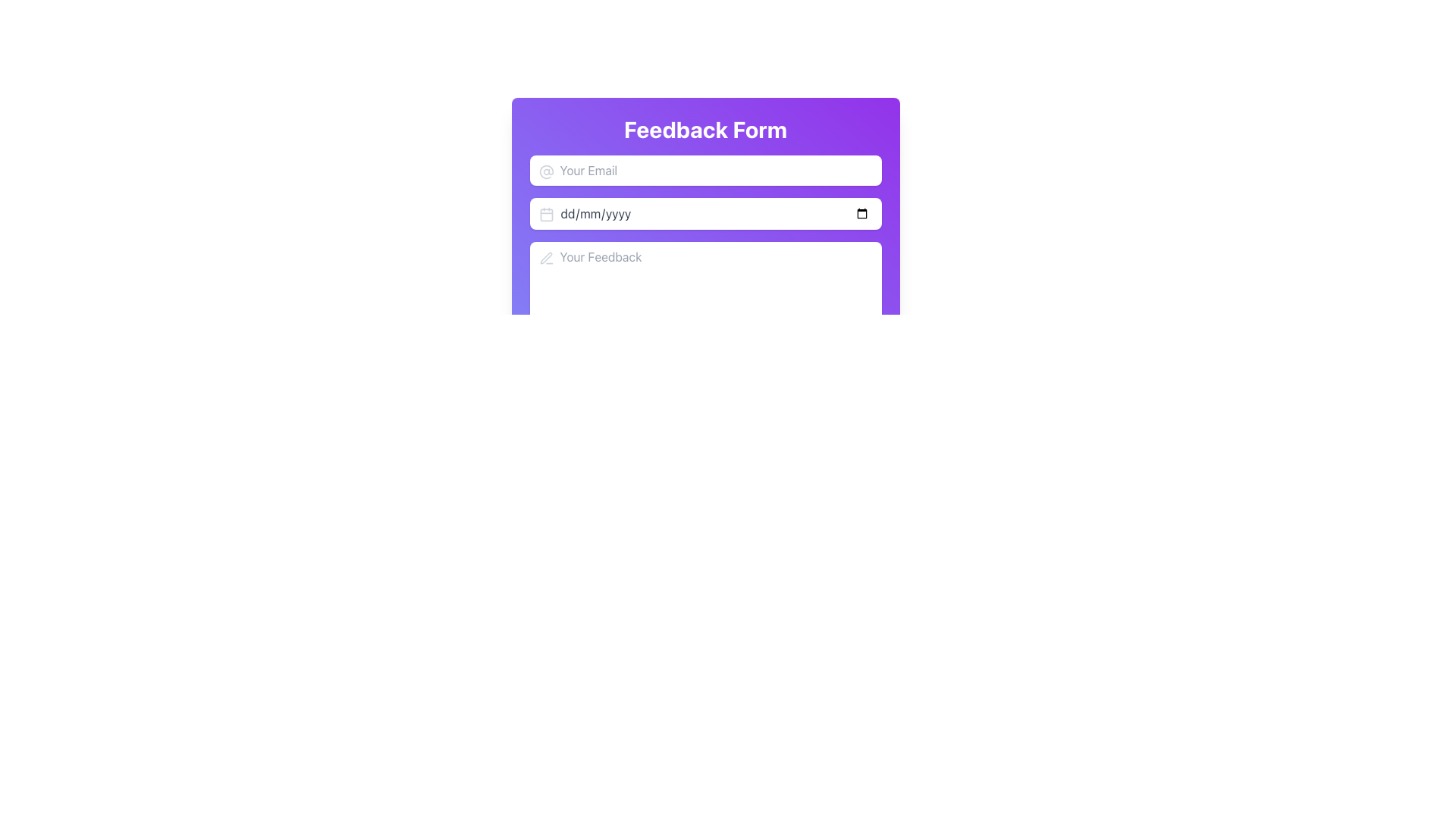 Image resolution: width=1456 pixels, height=819 pixels. What do you see at coordinates (704, 170) in the screenshot?
I see `the email input field in the 'Feedback Form' by tabbing to it from the previous input field` at bounding box center [704, 170].